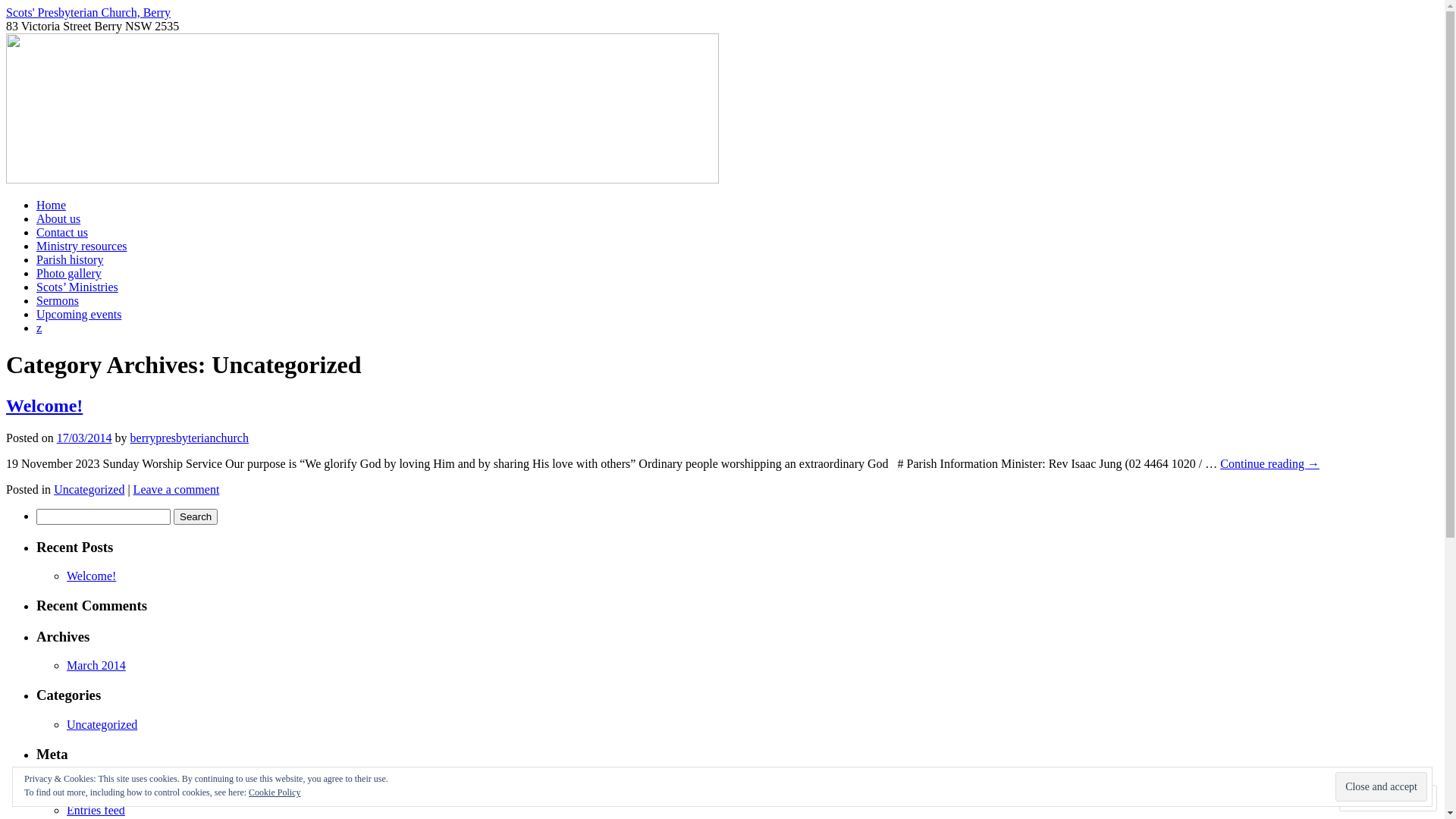 This screenshot has width=1456, height=819. I want to click on 'Log in', so click(82, 795).